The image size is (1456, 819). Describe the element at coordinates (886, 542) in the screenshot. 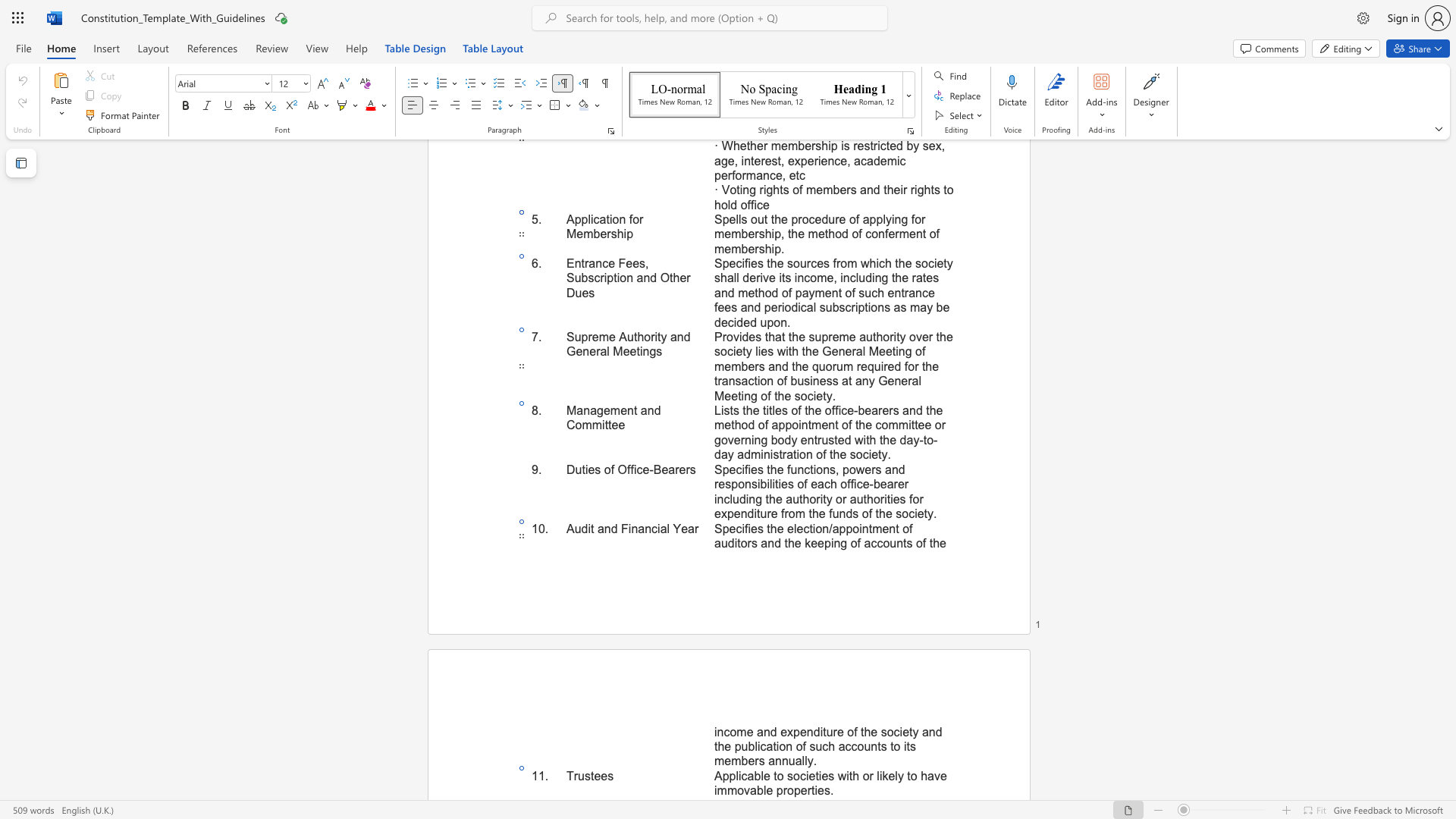

I see `the 6th character "o" in the text` at that location.